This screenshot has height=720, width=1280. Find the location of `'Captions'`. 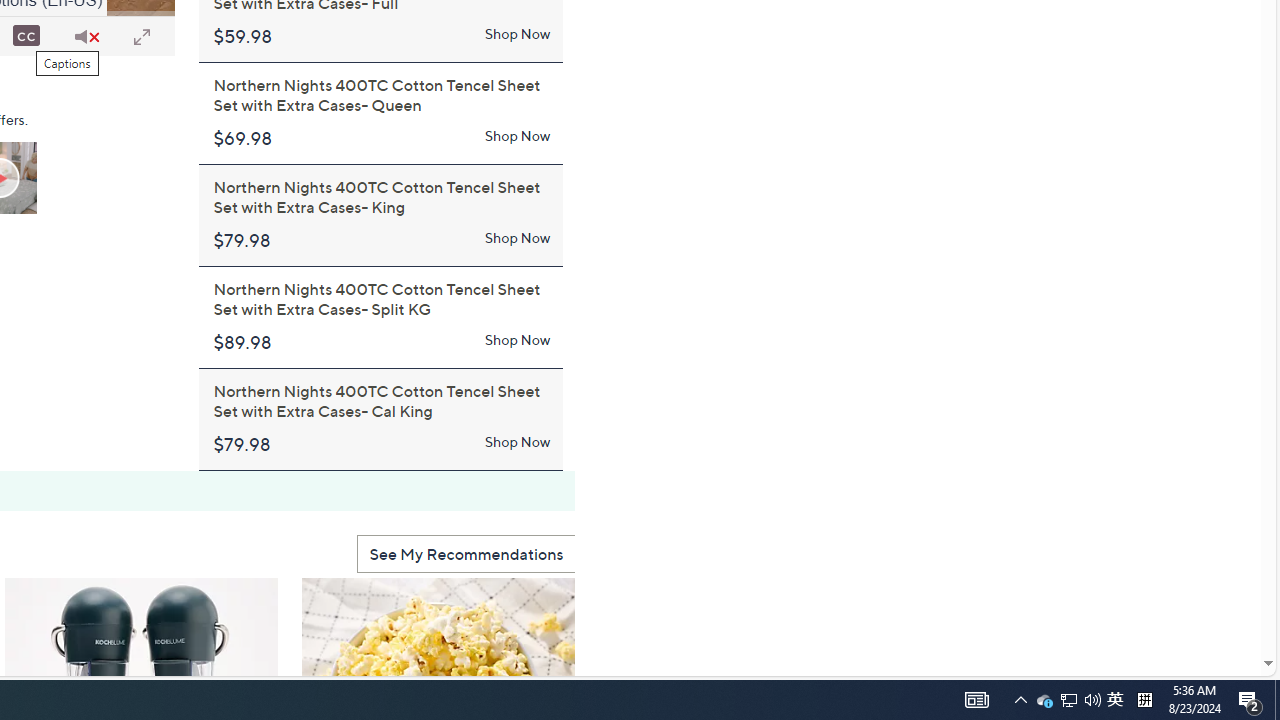

'Captions' is located at coordinates (26, 36).